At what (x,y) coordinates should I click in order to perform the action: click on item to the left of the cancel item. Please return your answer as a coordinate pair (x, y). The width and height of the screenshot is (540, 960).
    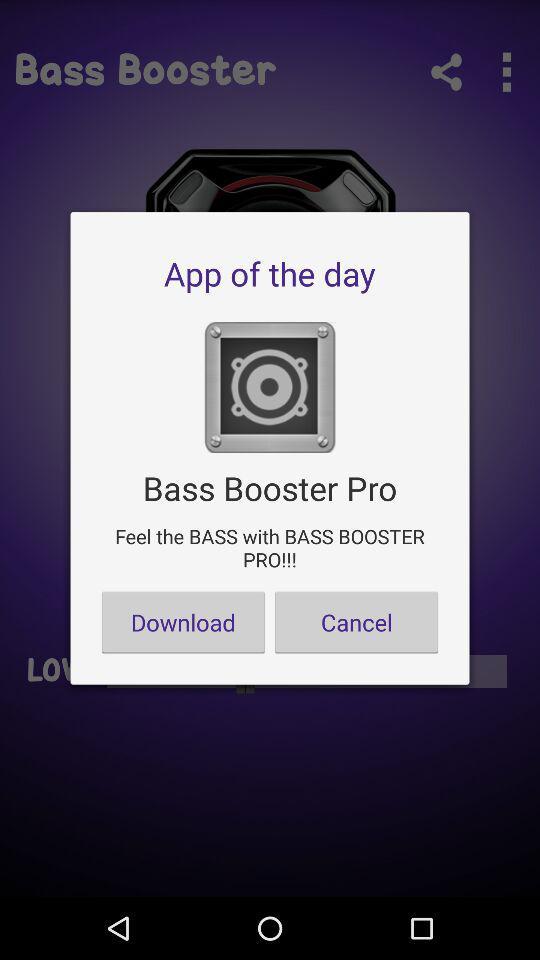
    Looking at the image, I should click on (183, 621).